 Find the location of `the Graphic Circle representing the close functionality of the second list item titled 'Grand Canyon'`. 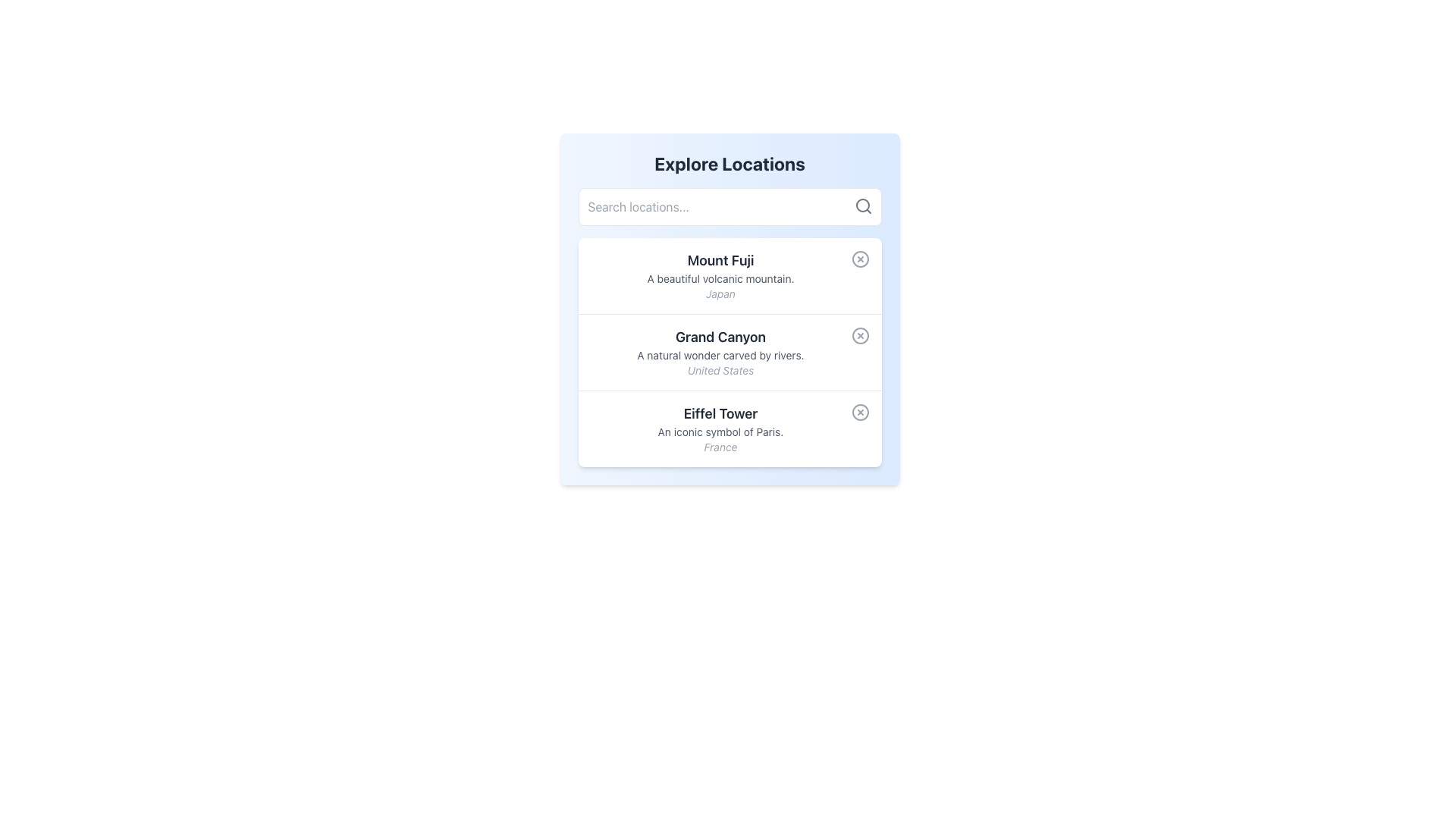

the Graphic Circle representing the close functionality of the second list item titled 'Grand Canyon' is located at coordinates (860, 335).